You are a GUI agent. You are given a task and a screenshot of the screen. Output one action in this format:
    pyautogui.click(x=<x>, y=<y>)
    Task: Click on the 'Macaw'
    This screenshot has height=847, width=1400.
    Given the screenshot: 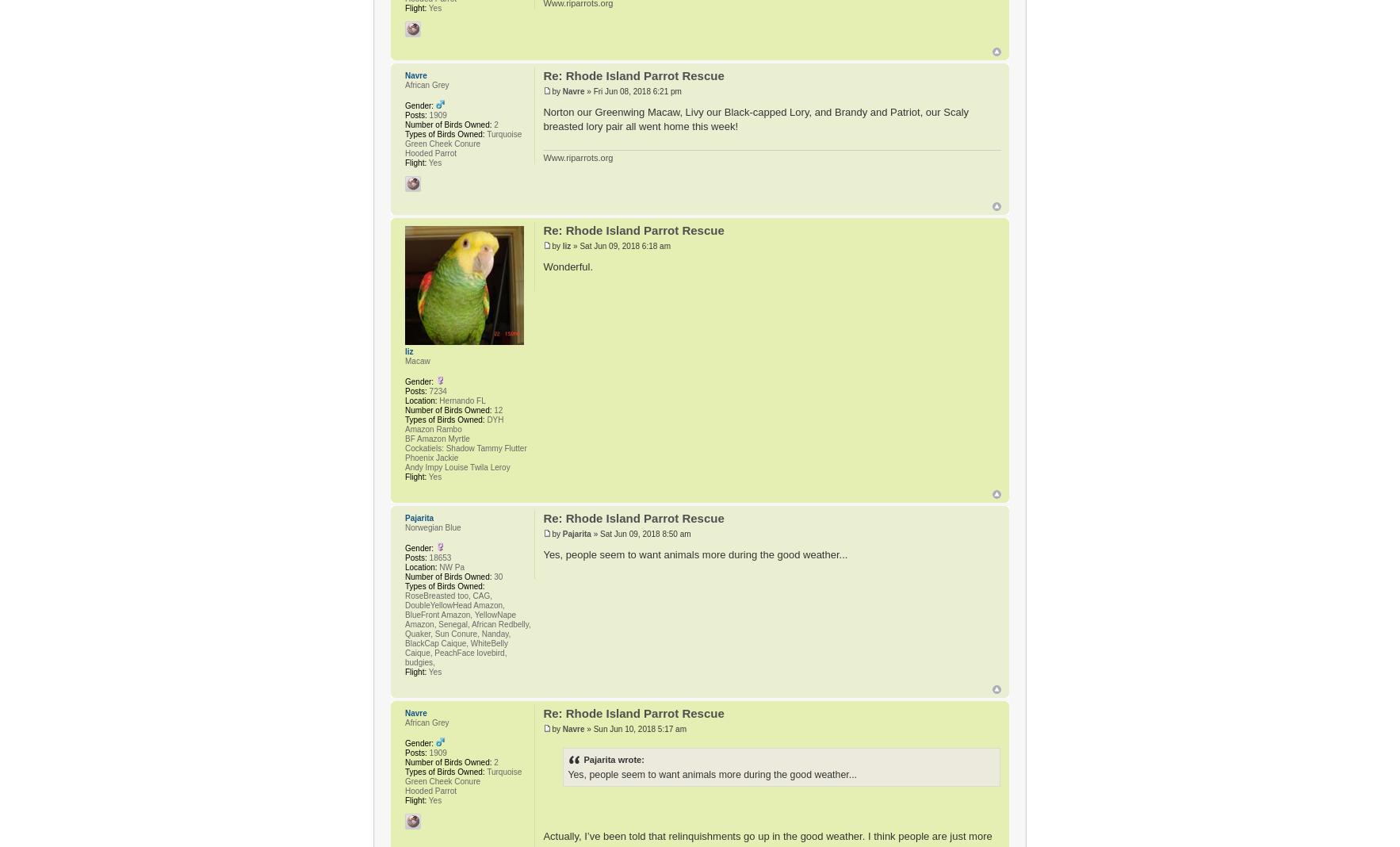 What is the action you would take?
    pyautogui.click(x=417, y=361)
    